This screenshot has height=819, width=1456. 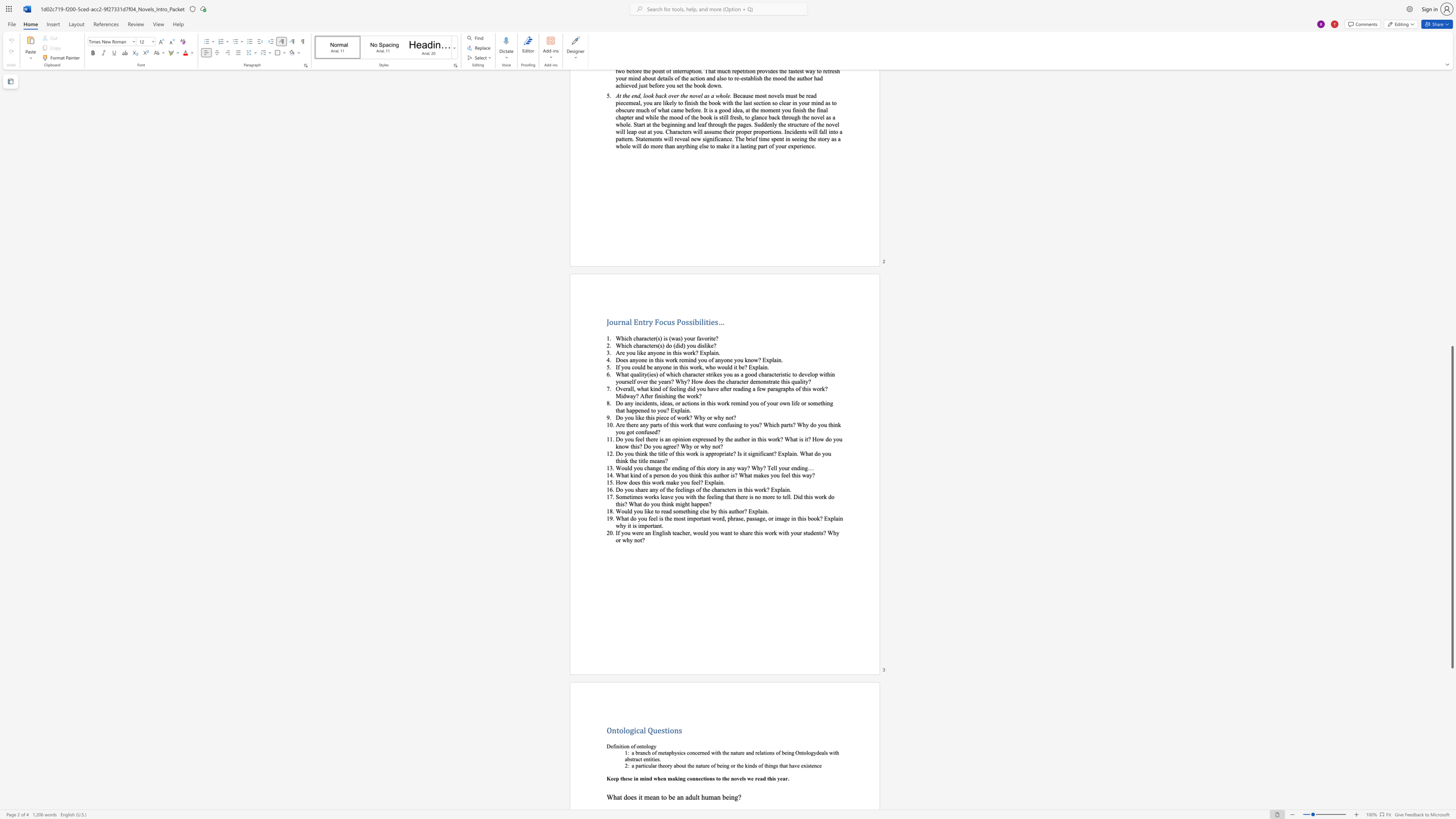 I want to click on the scrollbar on the side, so click(x=1451, y=105).